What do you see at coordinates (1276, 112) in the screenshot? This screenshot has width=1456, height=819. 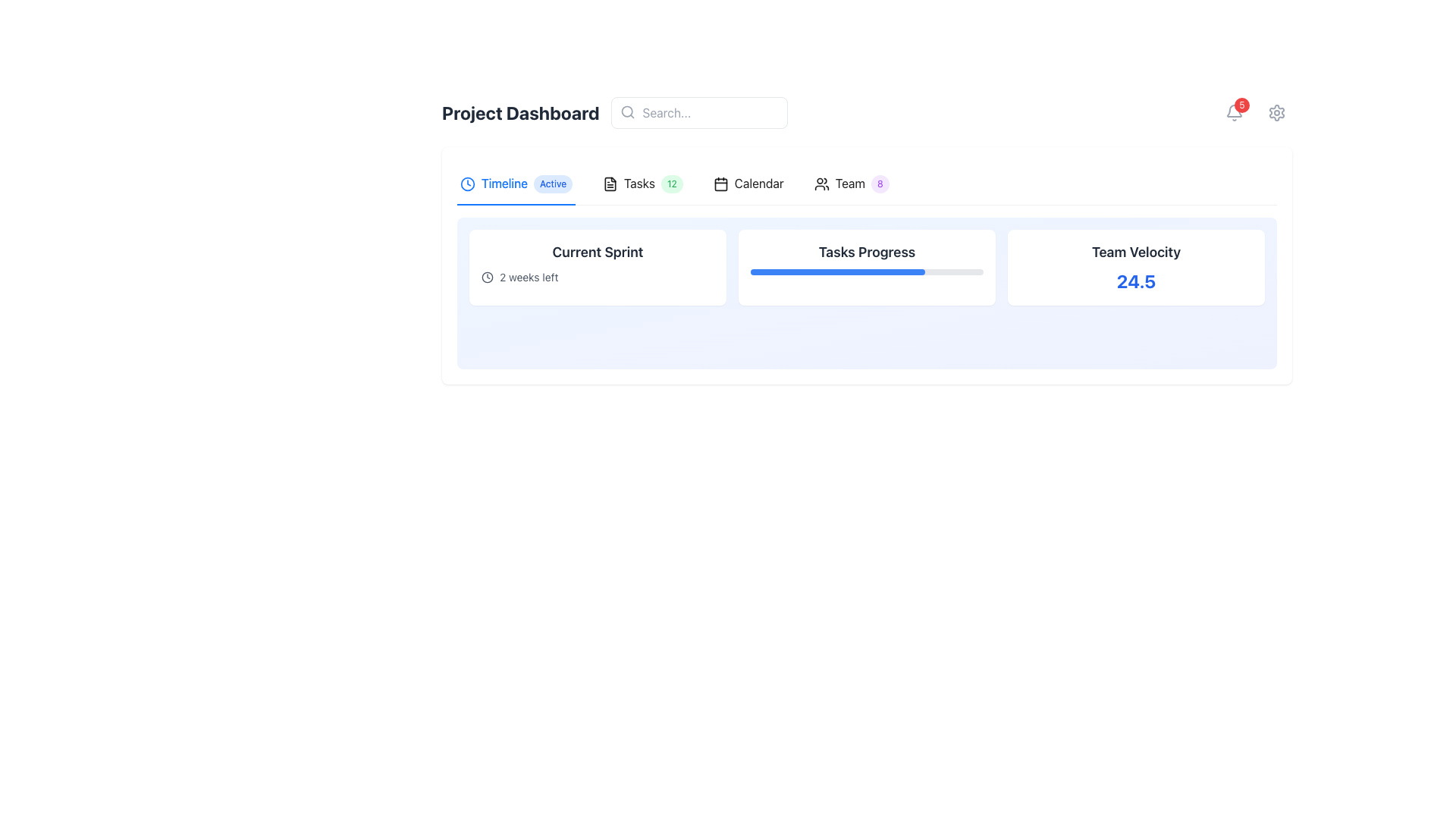 I see `the gear-shaped icon in the top-right corner of the interface` at bounding box center [1276, 112].